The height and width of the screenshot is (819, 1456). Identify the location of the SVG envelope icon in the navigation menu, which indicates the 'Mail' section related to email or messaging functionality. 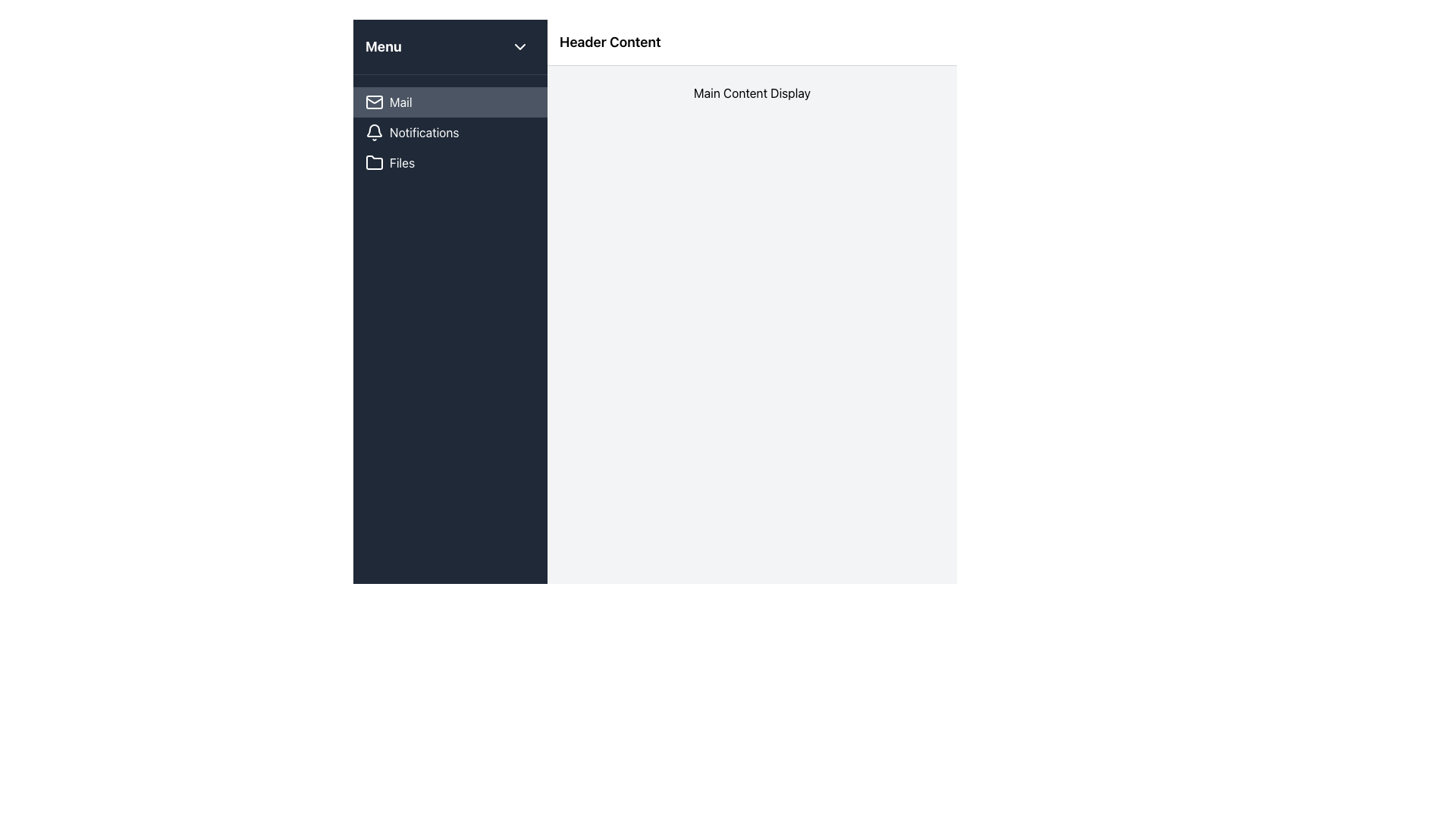
(375, 102).